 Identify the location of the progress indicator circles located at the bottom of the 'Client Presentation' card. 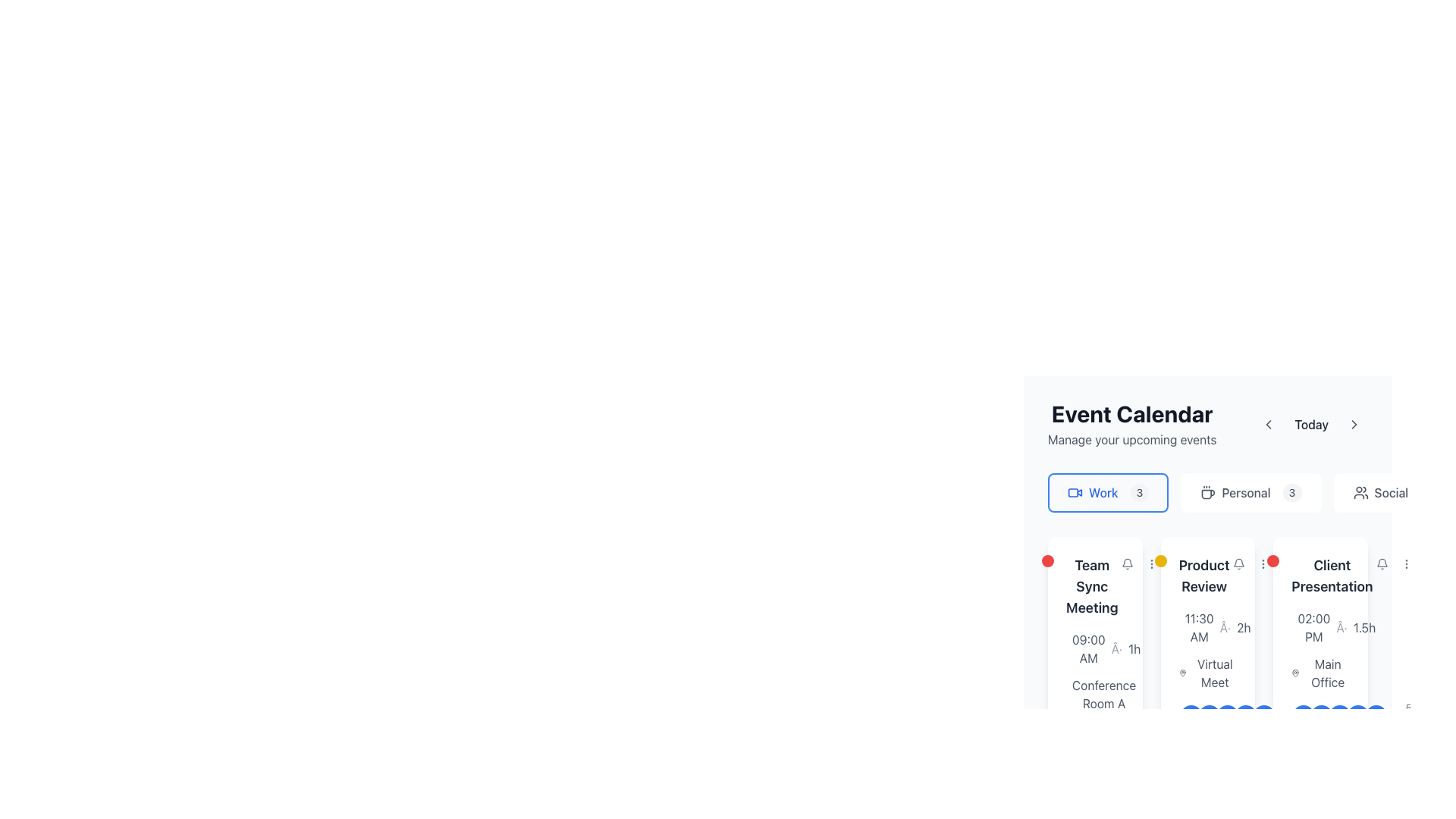
(1340, 716).